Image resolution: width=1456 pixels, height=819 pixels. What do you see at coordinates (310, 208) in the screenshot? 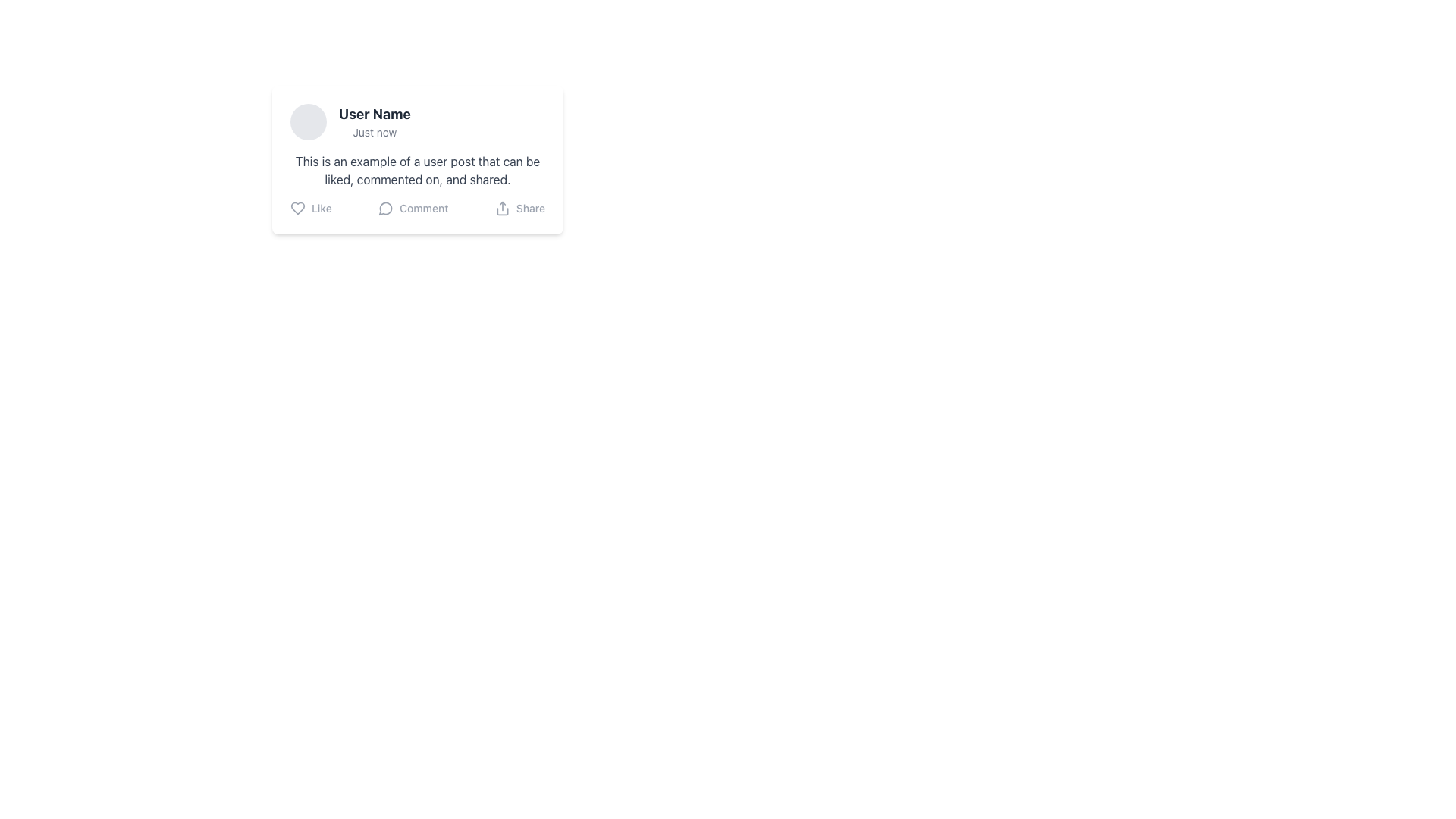
I see `the 'Like' button located at the first position in a horizontal row of buttons below the post content` at bounding box center [310, 208].